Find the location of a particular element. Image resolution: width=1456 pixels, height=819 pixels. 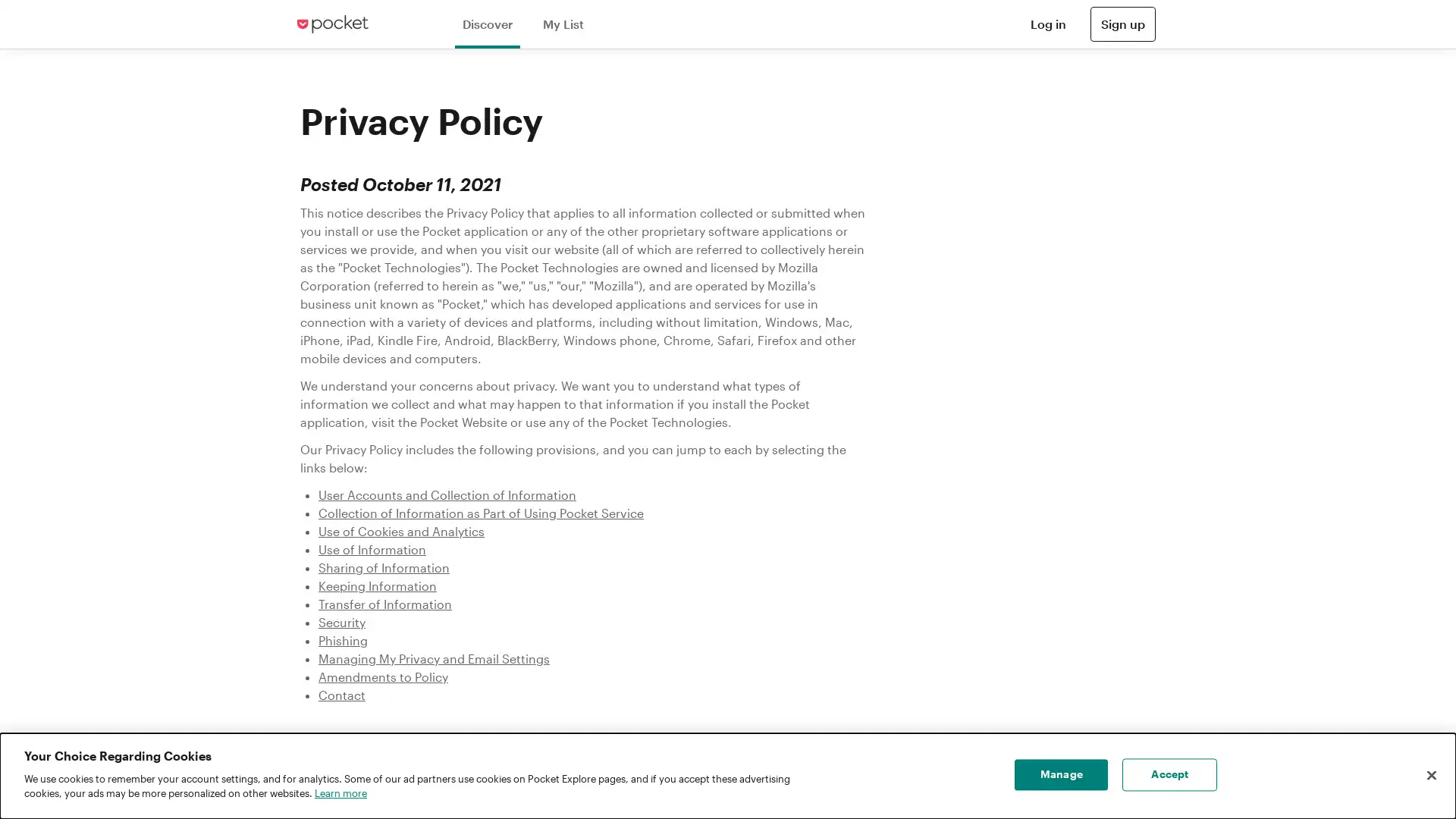

Accept is located at coordinates (1169, 775).